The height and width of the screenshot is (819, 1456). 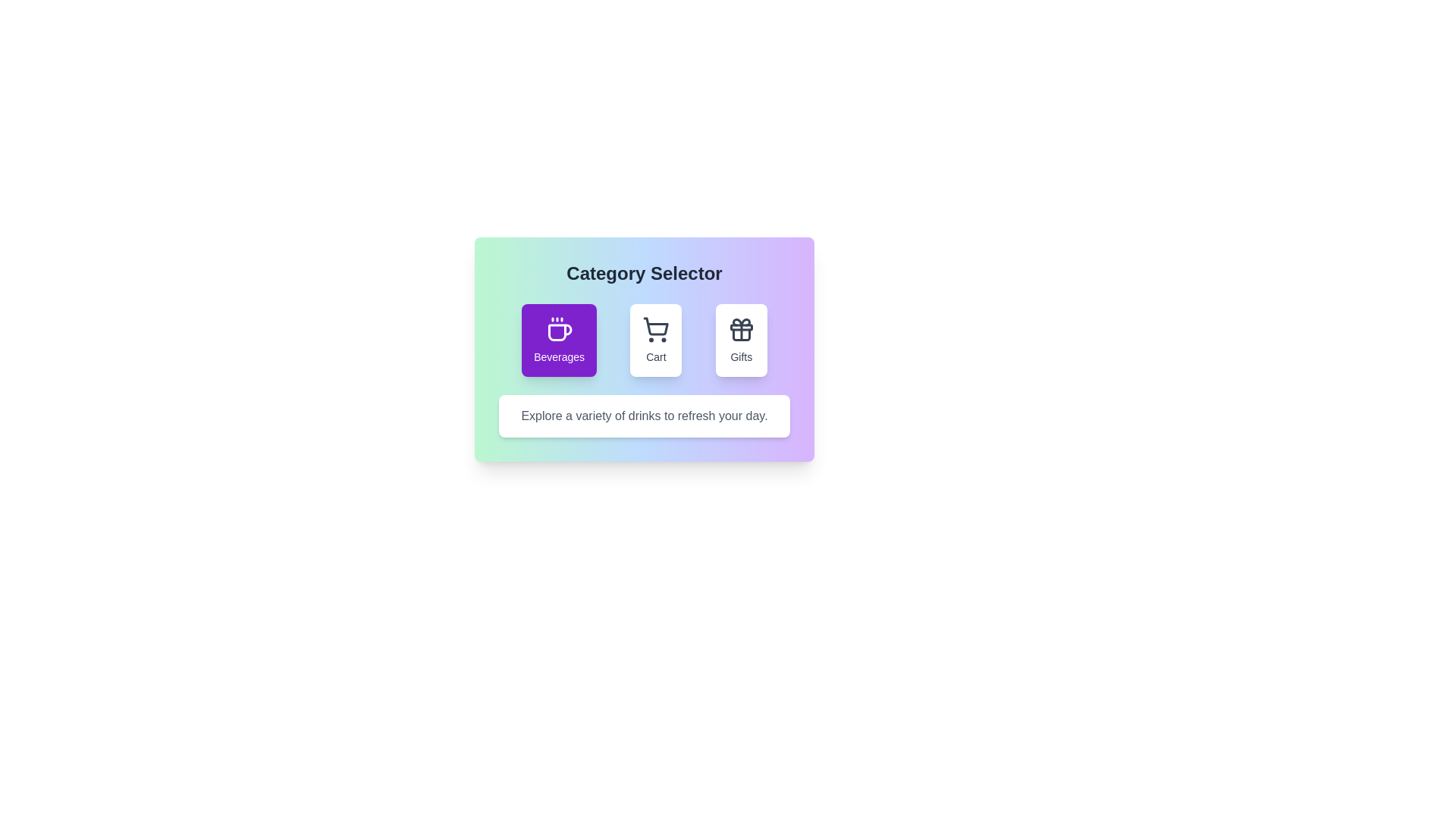 I want to click on the Cart button to observe hover effects, so click(x=656, y=339).